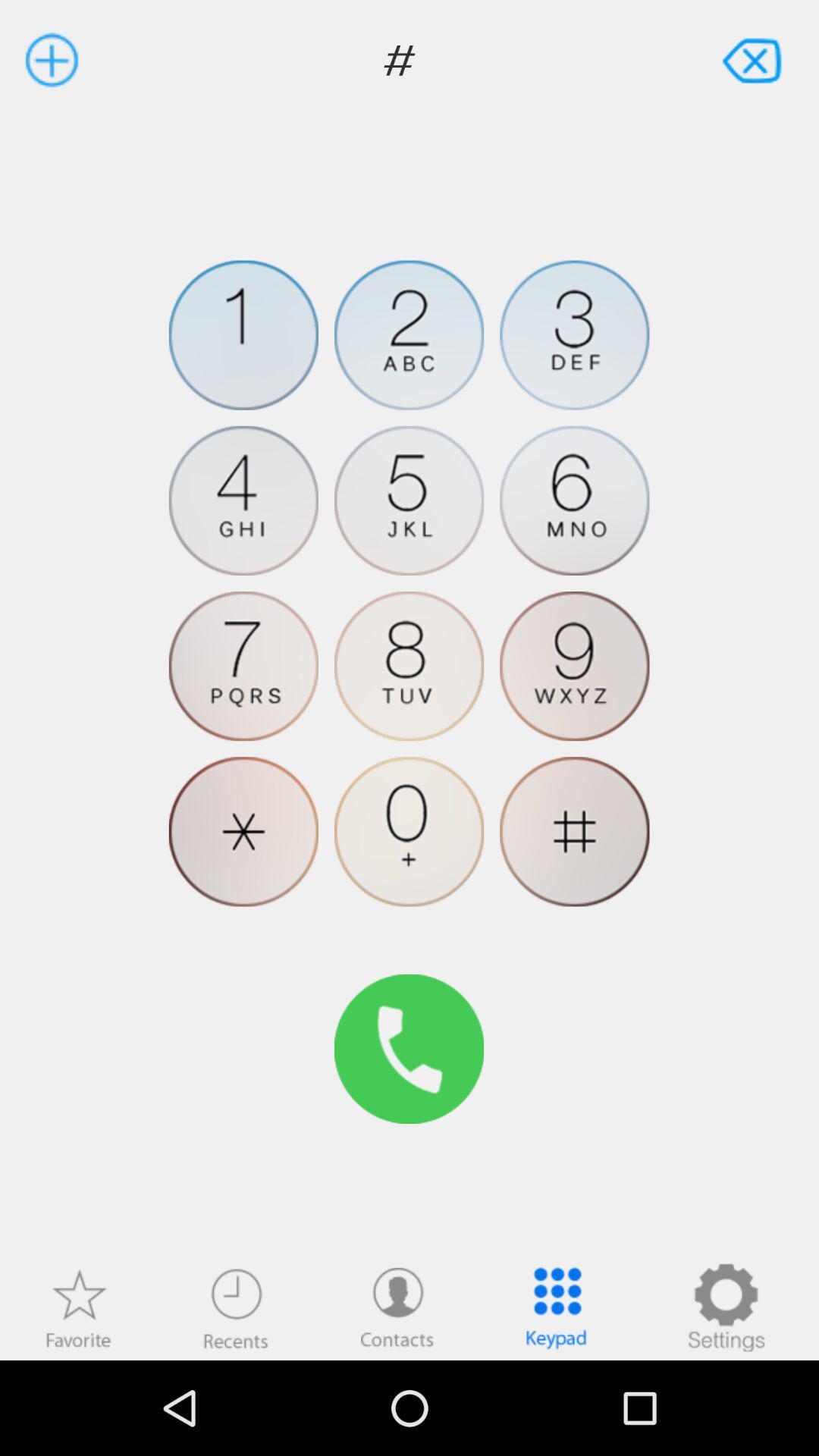 Image resolution: width=819 pixels, height=1456 pixels. Describe the element at coordinates (408, 358) in the screenshot. I see `the help icon` at that location.